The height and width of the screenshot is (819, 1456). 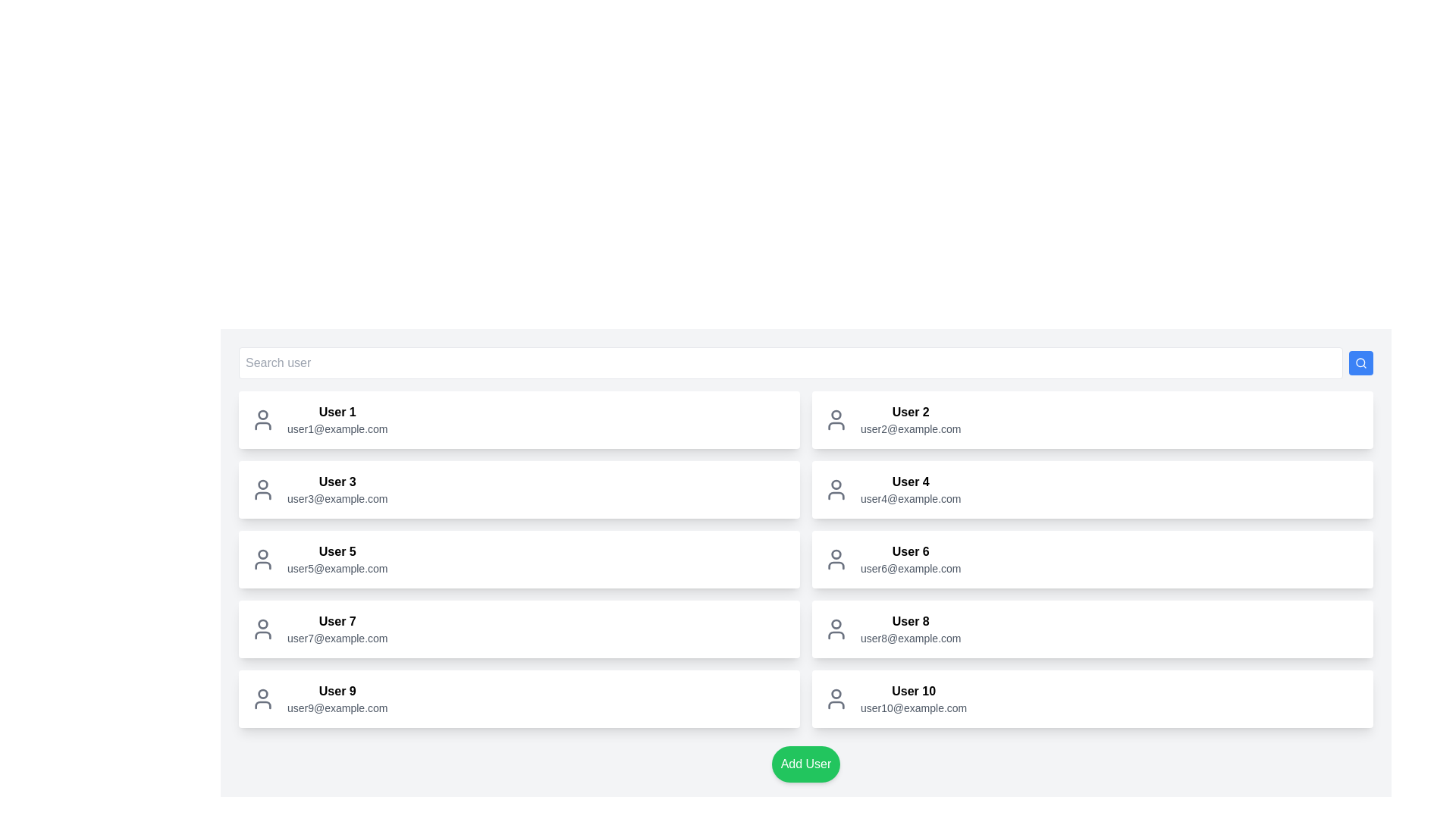 I want to click on the circular graphic indicating the user profile of 'User 7' in the user list, so click(x=262, y=623).